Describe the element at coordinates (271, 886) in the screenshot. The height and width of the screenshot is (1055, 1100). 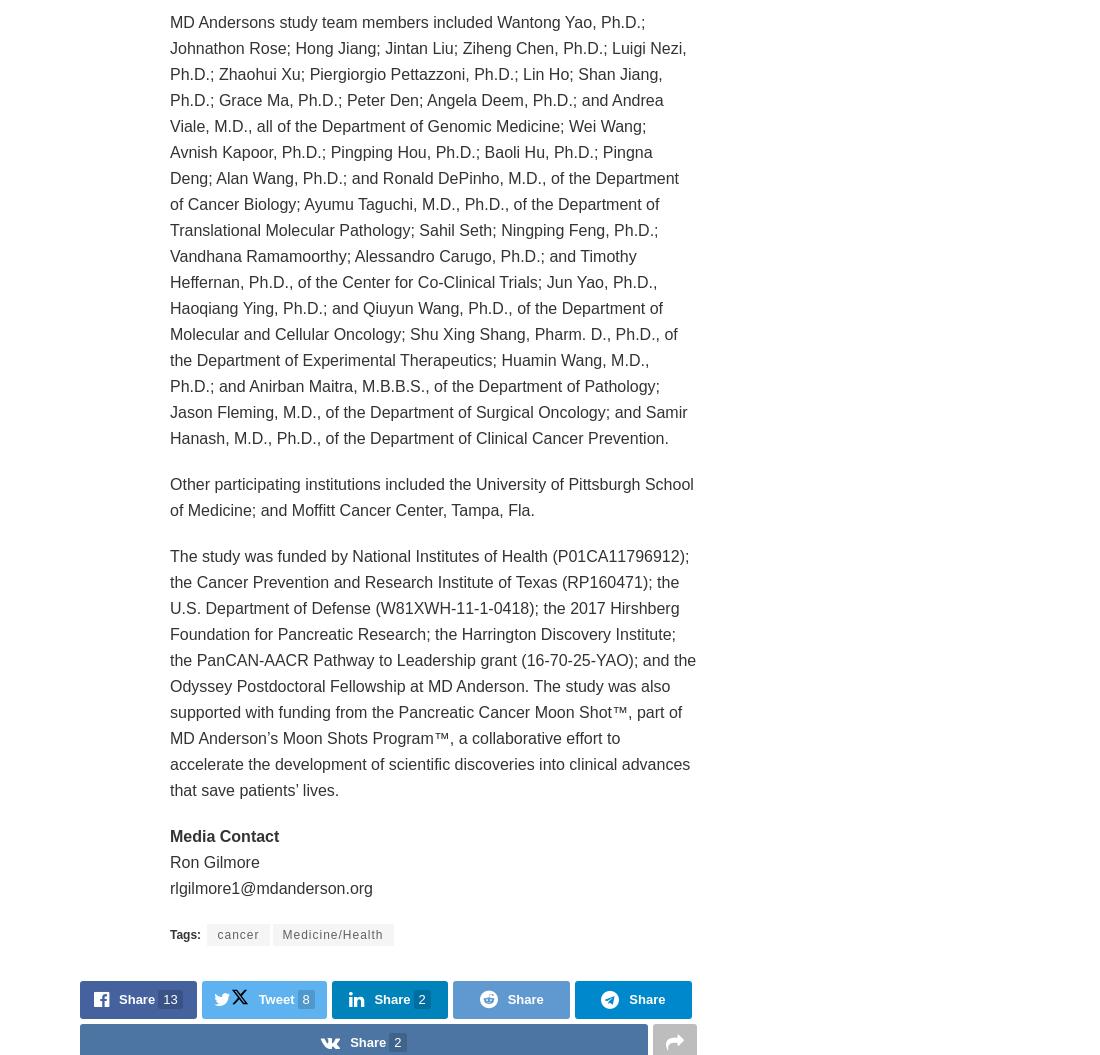
I see `'rlgilmore1@mdanderson.org'` at that location.